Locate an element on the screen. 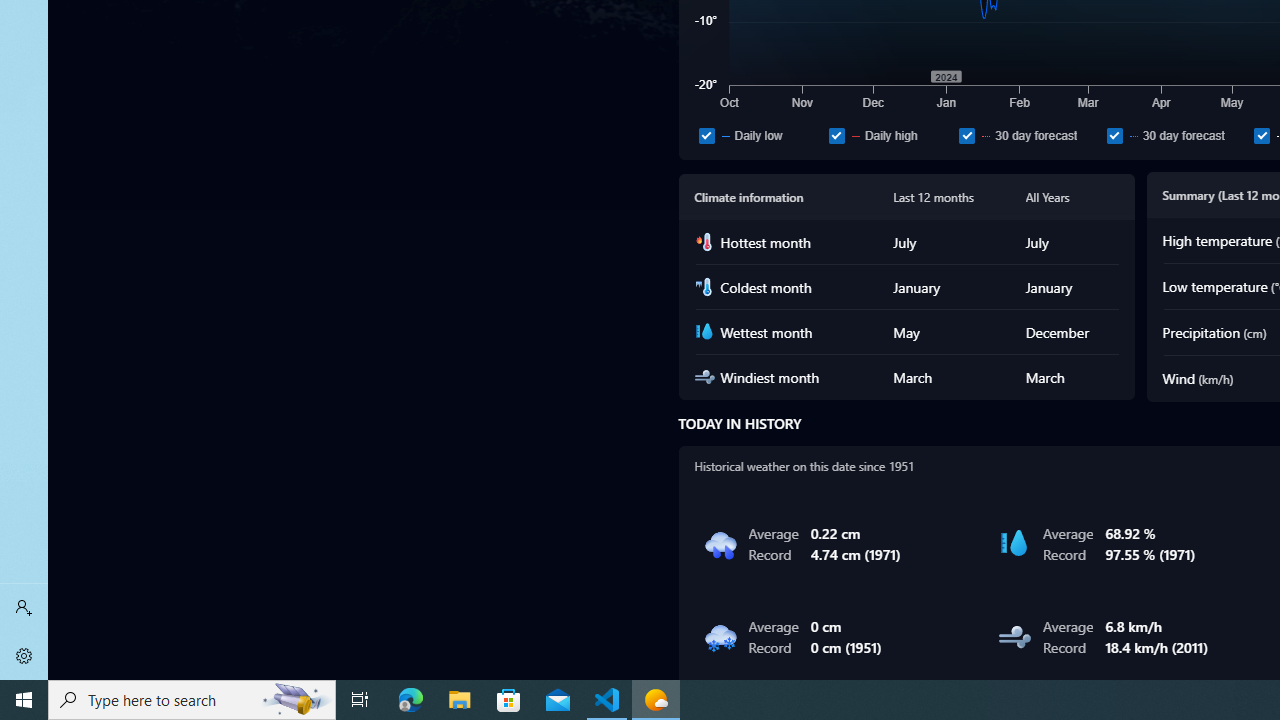 This screenshot has height=720, width=1280. 'Task View' is located at coordinates (359, 698).